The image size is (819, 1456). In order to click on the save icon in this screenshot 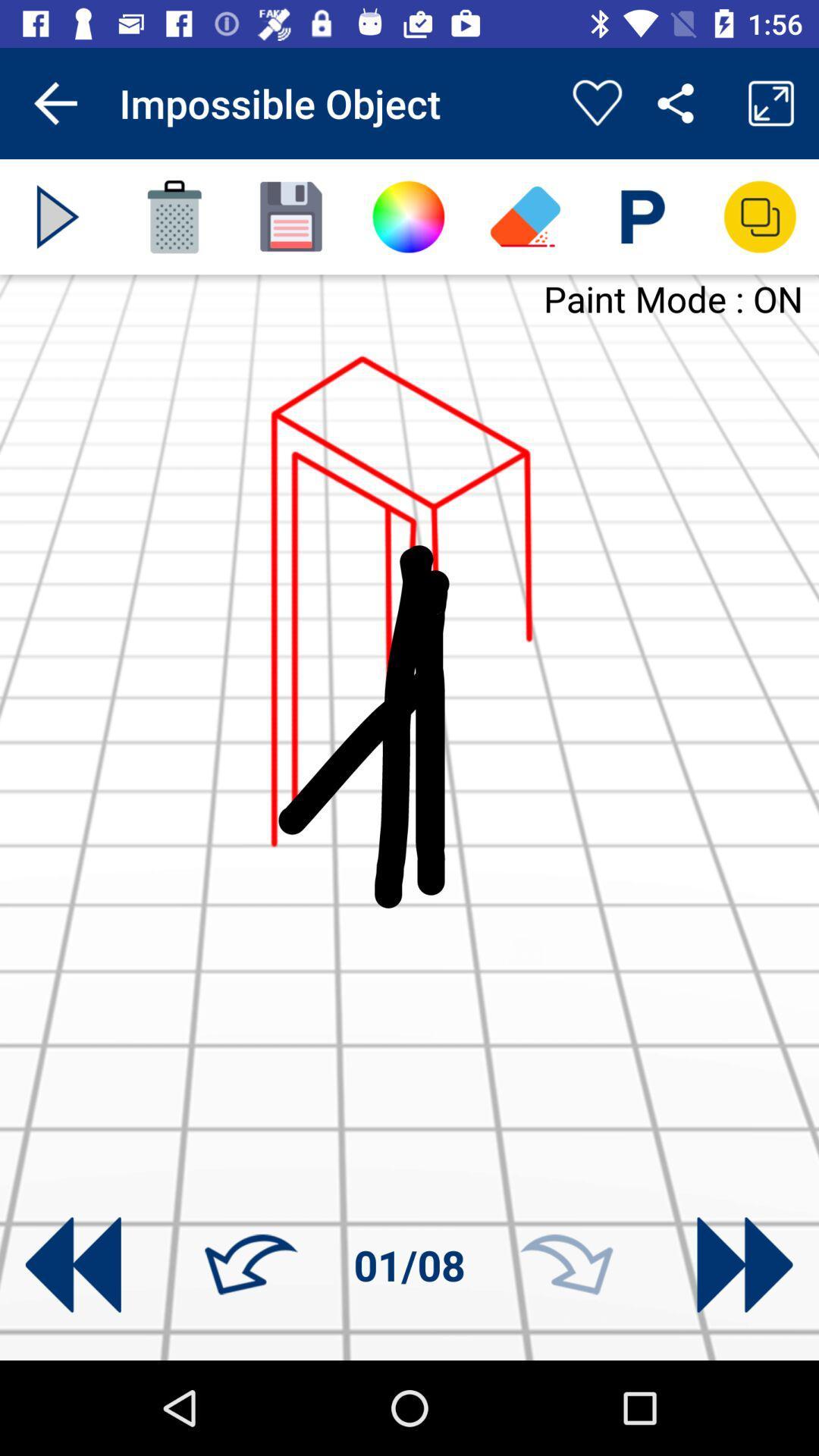, I will do `click(291, 216)`.